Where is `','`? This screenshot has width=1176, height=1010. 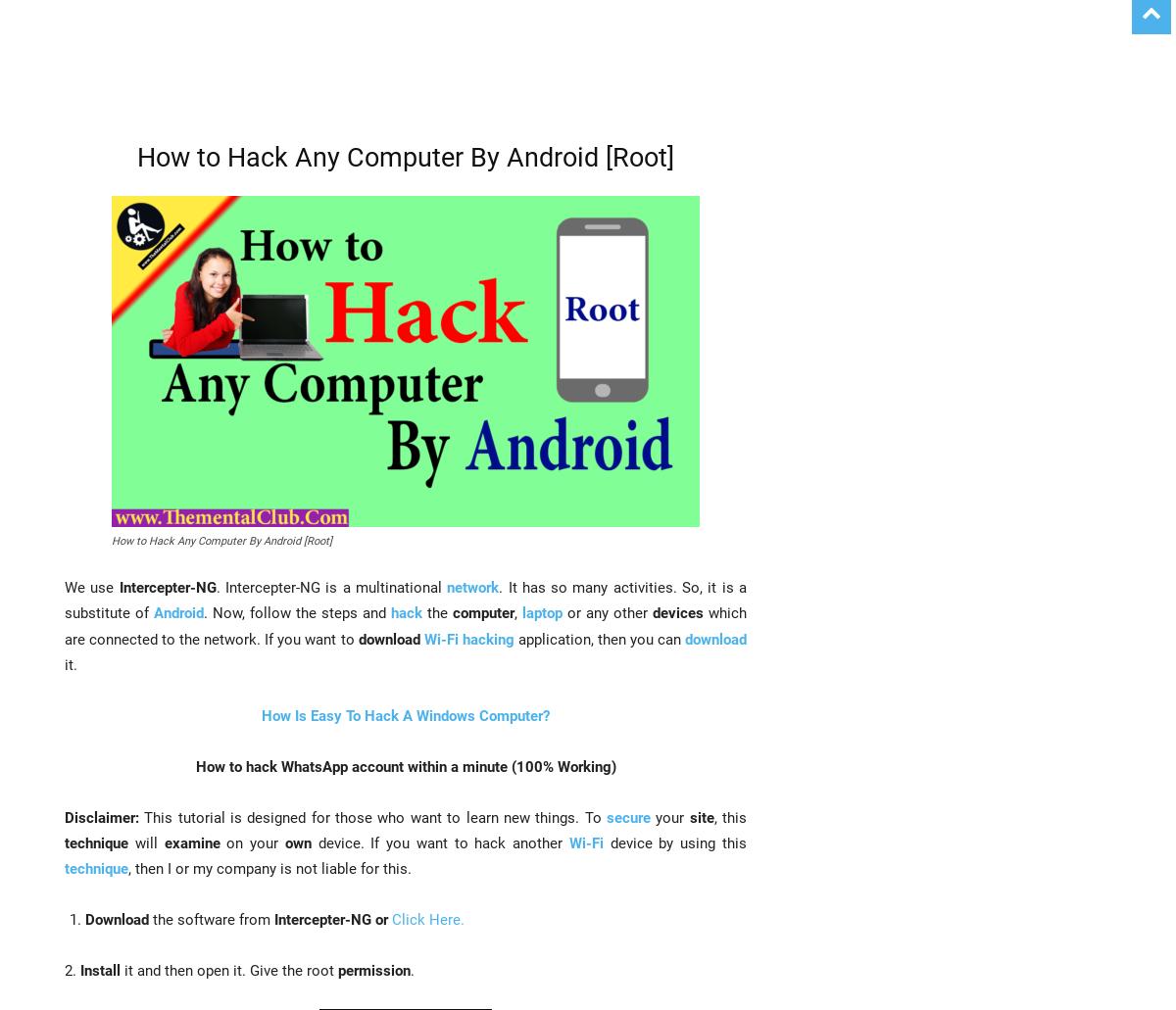 ',' is located at coordinates (514, 613).